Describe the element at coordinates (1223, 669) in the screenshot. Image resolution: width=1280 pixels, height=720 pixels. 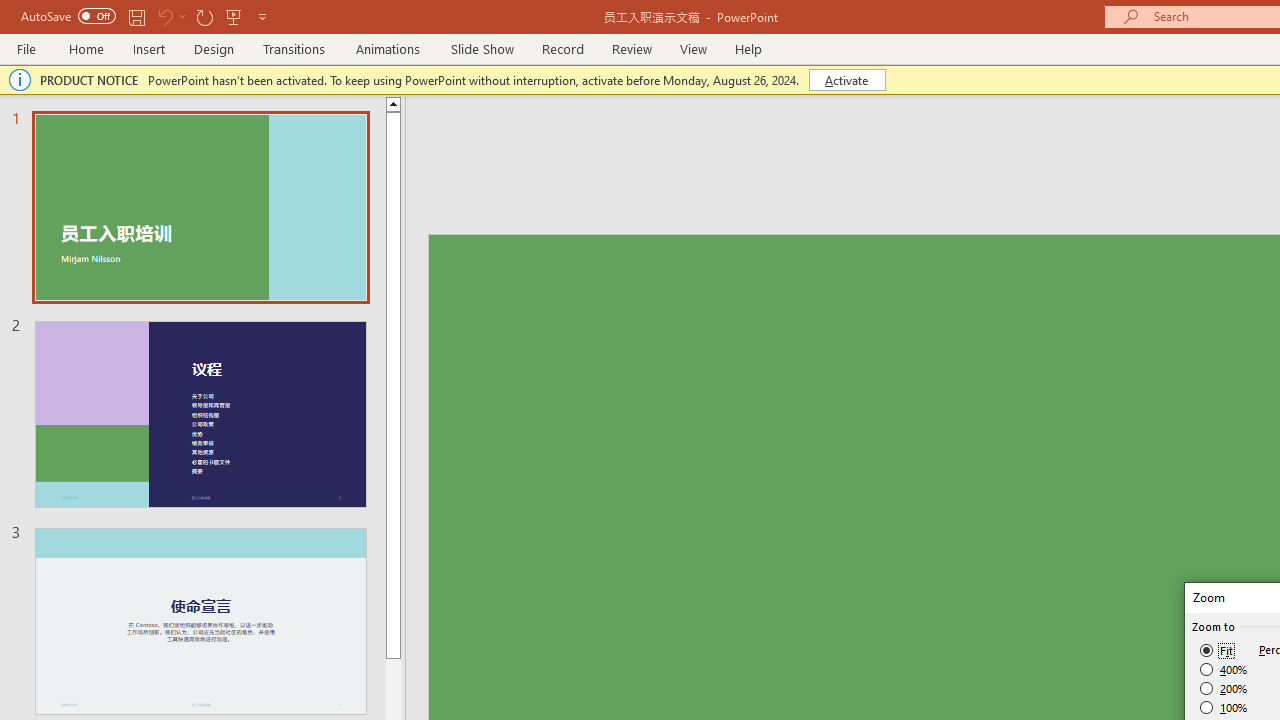
I see `'400%'` at that location.